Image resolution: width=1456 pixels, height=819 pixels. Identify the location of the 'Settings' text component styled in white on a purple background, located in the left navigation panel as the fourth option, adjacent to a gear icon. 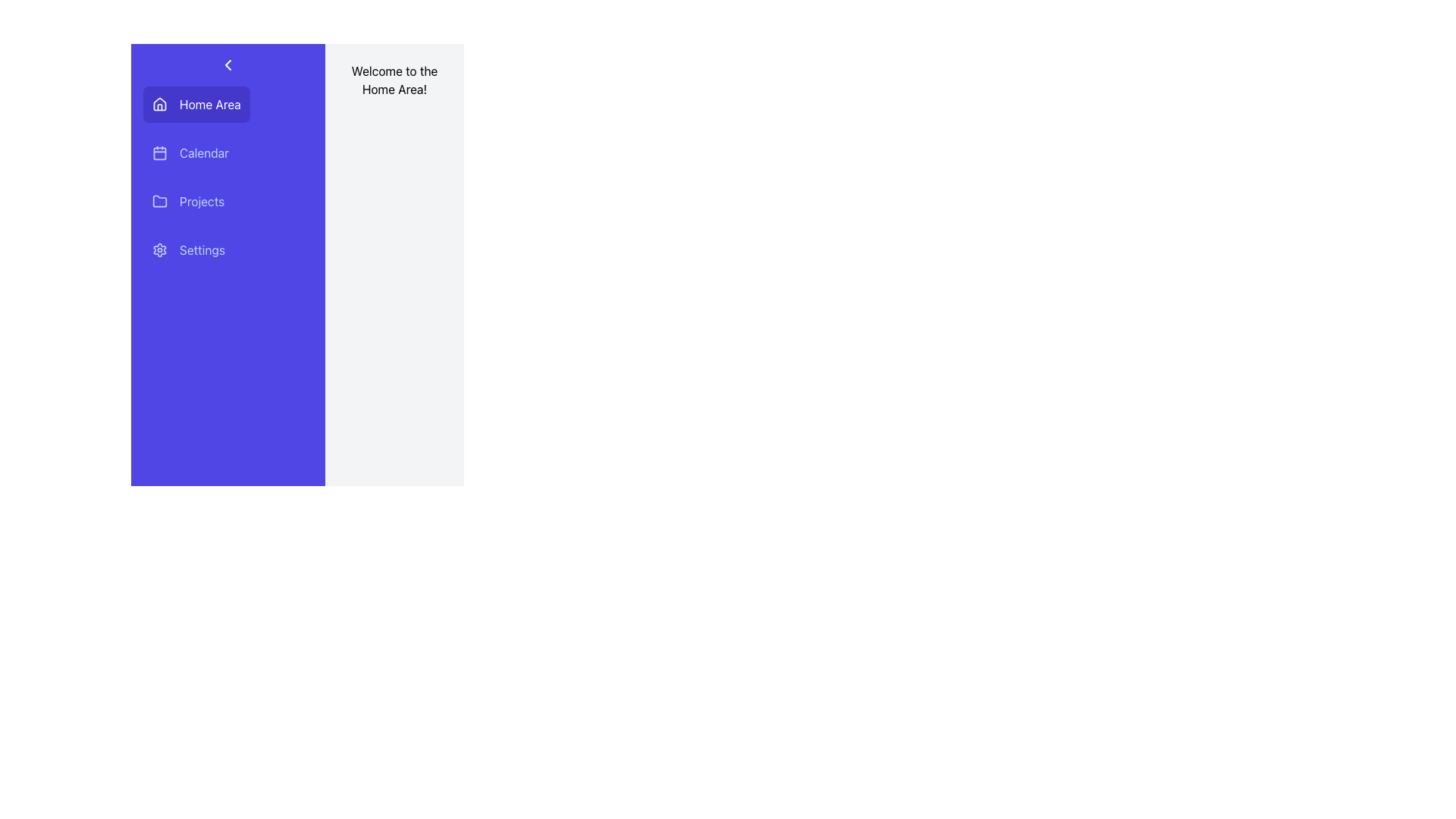
(201, 249).